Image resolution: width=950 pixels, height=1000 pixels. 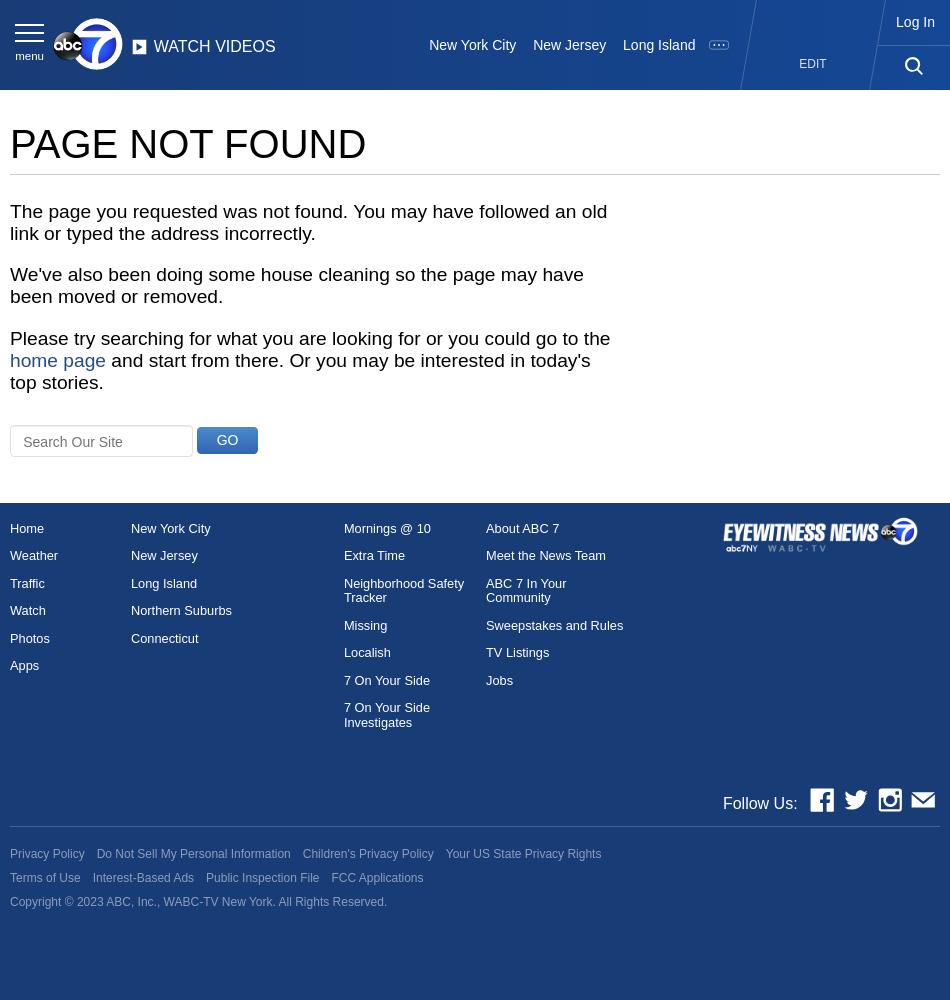 I want to click on 'EDIT', so click(x=811, y=62).